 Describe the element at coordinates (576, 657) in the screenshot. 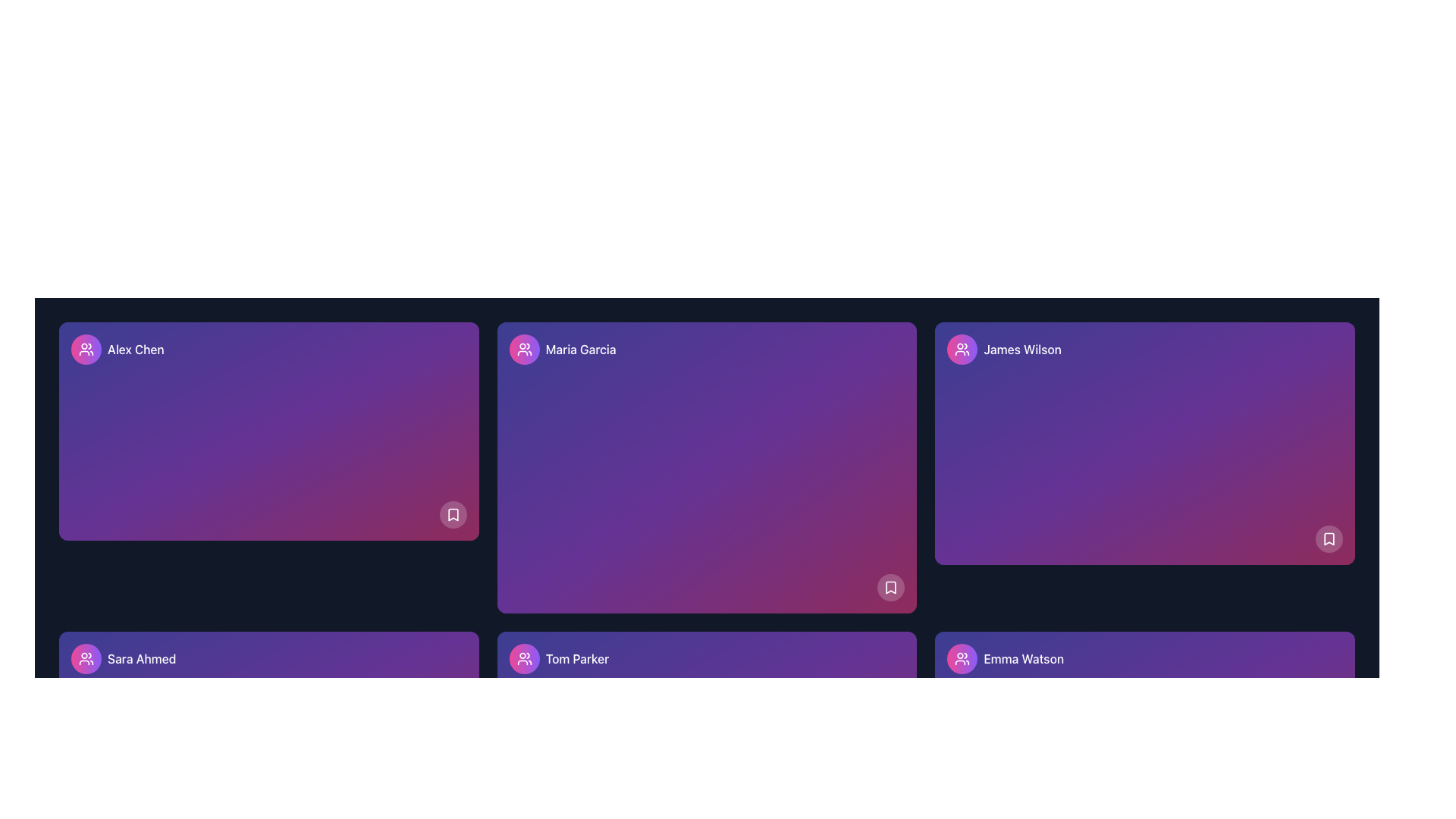

I see `the user name label located at the bottom left corner of the card, adjacent to the user's profile icon` at that location.